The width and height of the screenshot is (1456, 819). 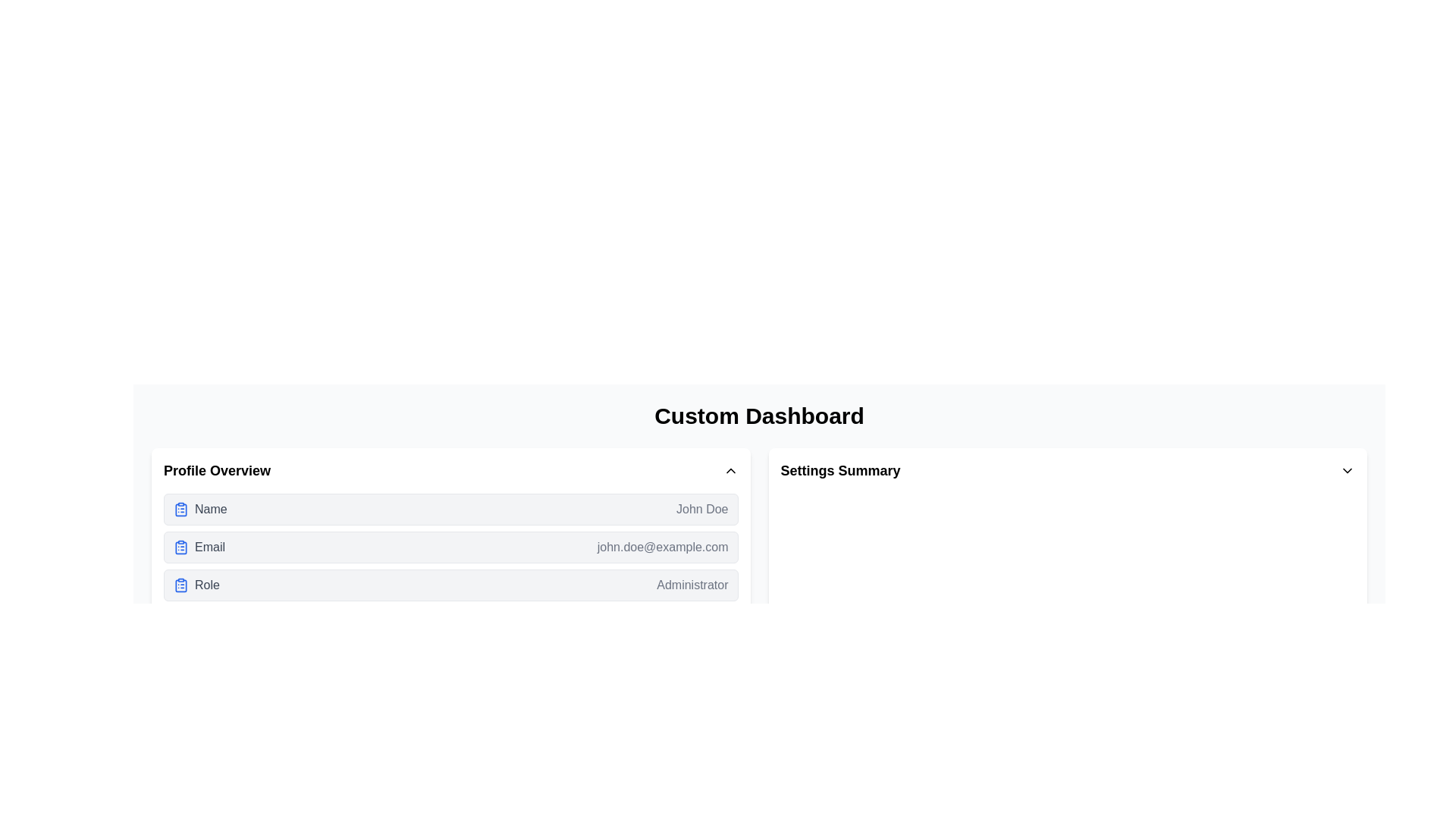 What do you see at coordinates (209, 547) in the screenshot?
I see `the Text label indicating the email address field located in the second row of the 'Profile Overview' section, which is positioned between the 'Name' and 'Role' rows` at bounding box center [209, 547].